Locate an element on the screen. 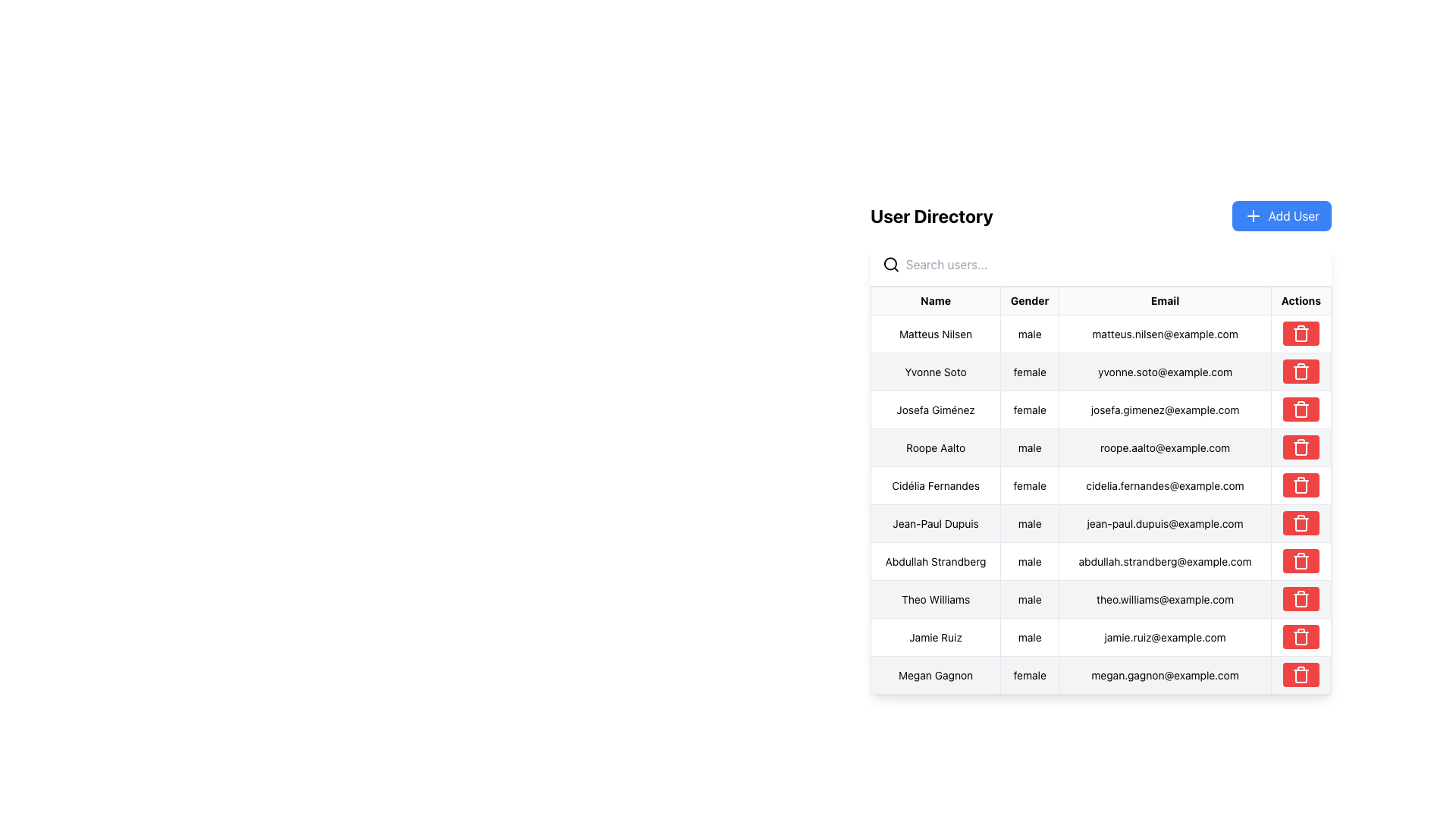  the delete button located in the 'Actions' column of the row for user 'Jamie Ruiz' in the 'User Directory' table to initiate the delete action for the user record is located at coordinates (1300, 637).